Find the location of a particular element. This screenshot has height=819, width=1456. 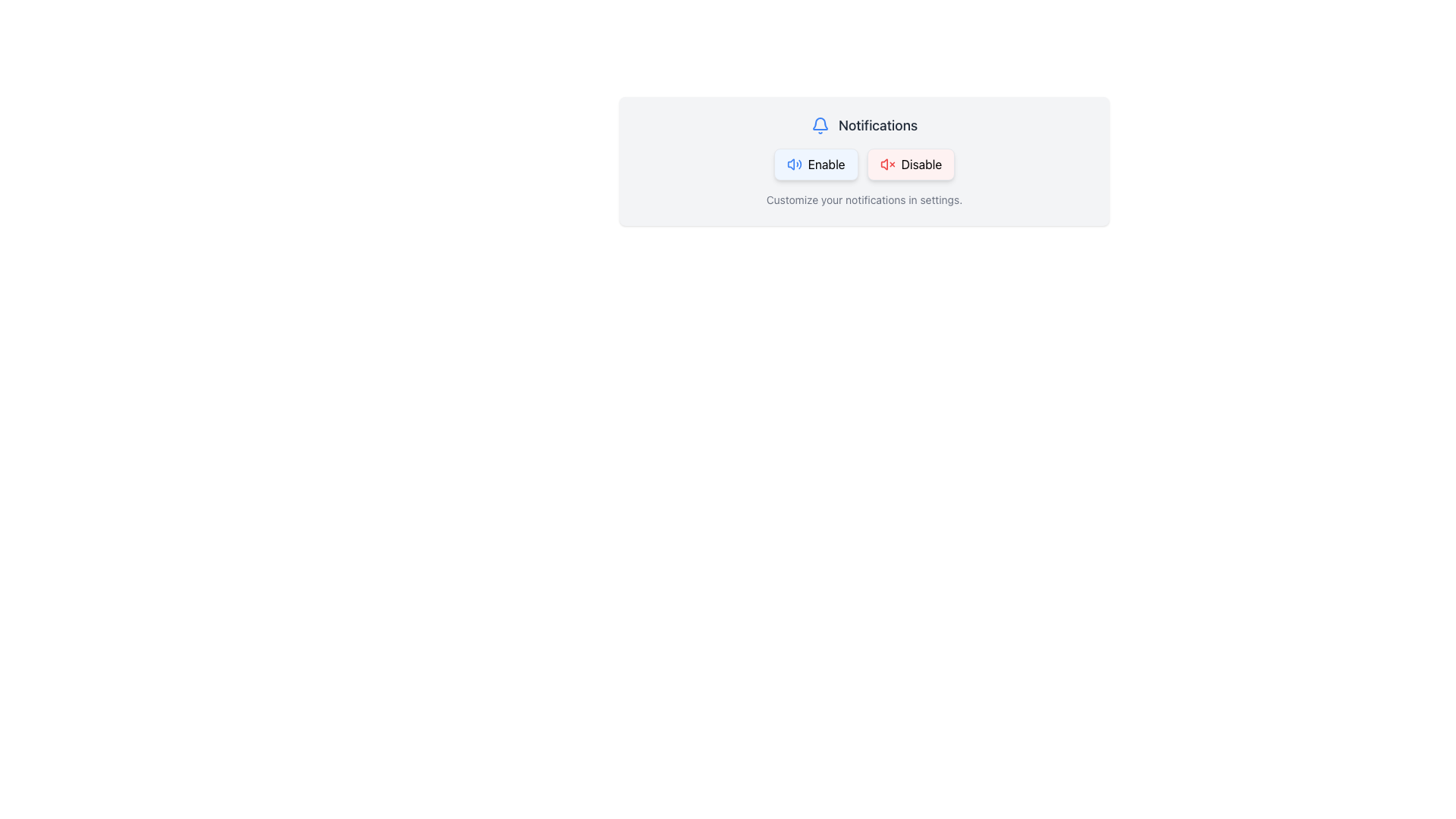

the small speaker icon with a red 'X' indicating a muted state, located inside the red 'Disable' button is located at coordinates (887, 164).